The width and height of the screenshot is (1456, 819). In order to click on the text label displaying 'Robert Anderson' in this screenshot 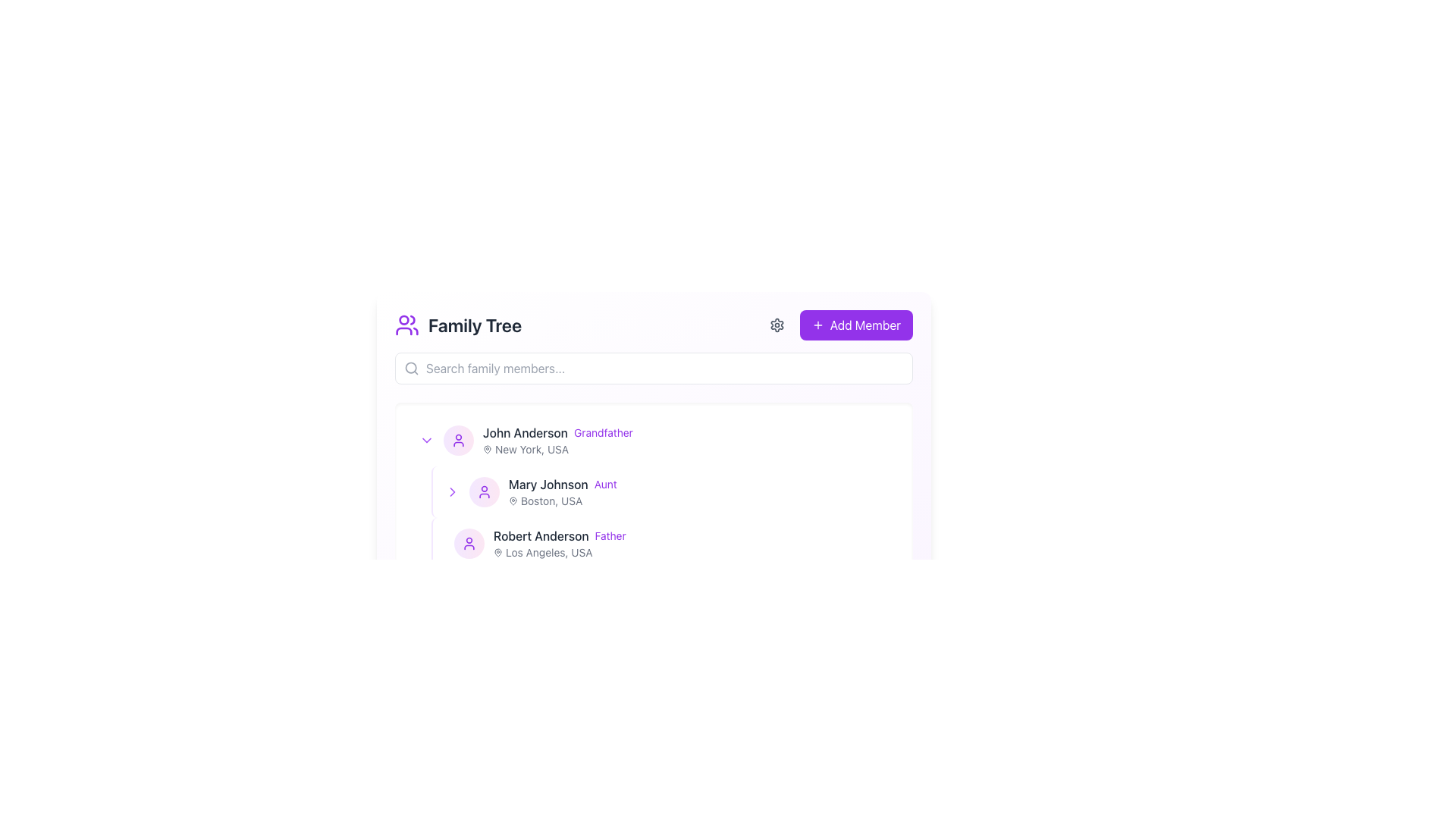, I will do `click(541, 535)`.